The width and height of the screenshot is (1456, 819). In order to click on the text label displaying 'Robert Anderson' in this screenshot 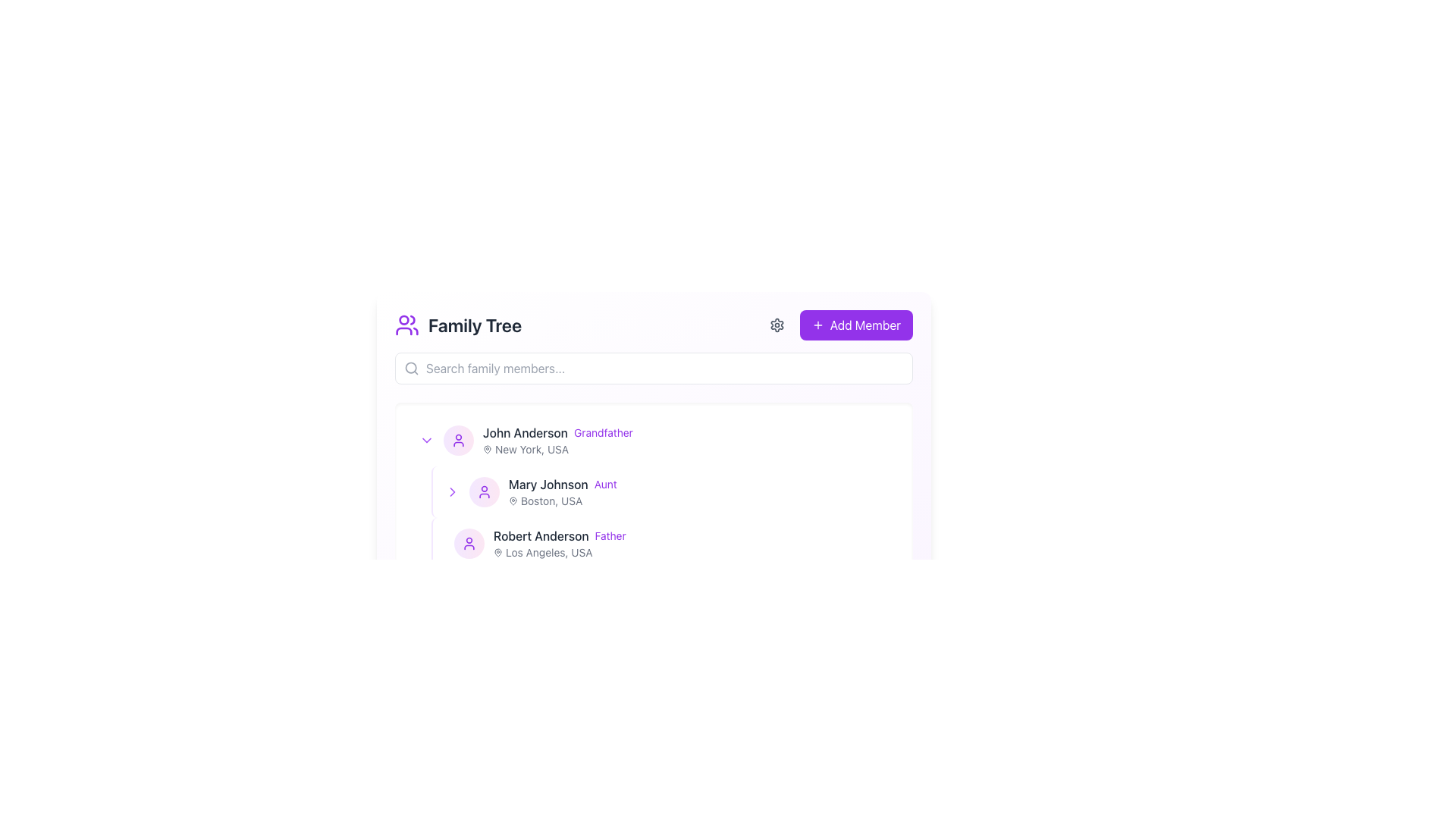, I will do `click(541, 535)`.